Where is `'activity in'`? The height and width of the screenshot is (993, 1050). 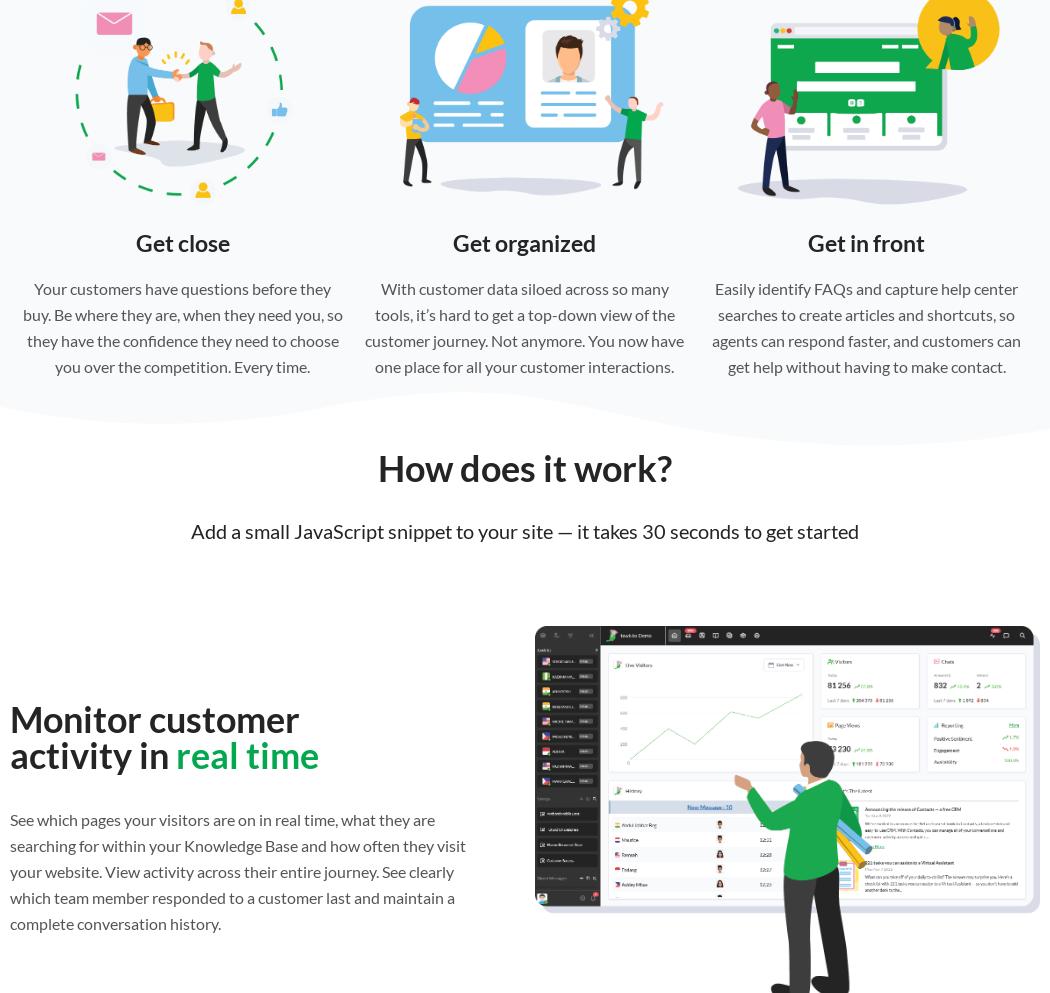 'activity in' is located at coordinates (93, 753).